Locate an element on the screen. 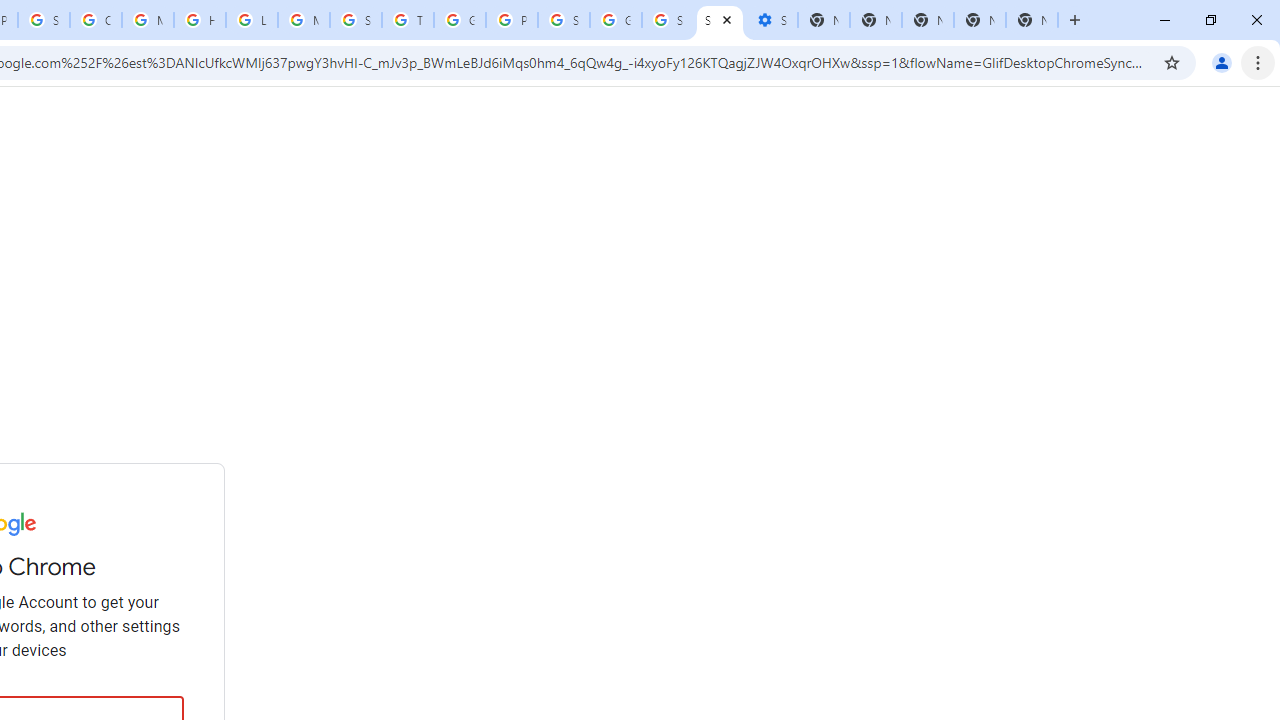 This screenshot has height=720, width=1280. 'Settings - Performance' is located at coordinates (770, 20).